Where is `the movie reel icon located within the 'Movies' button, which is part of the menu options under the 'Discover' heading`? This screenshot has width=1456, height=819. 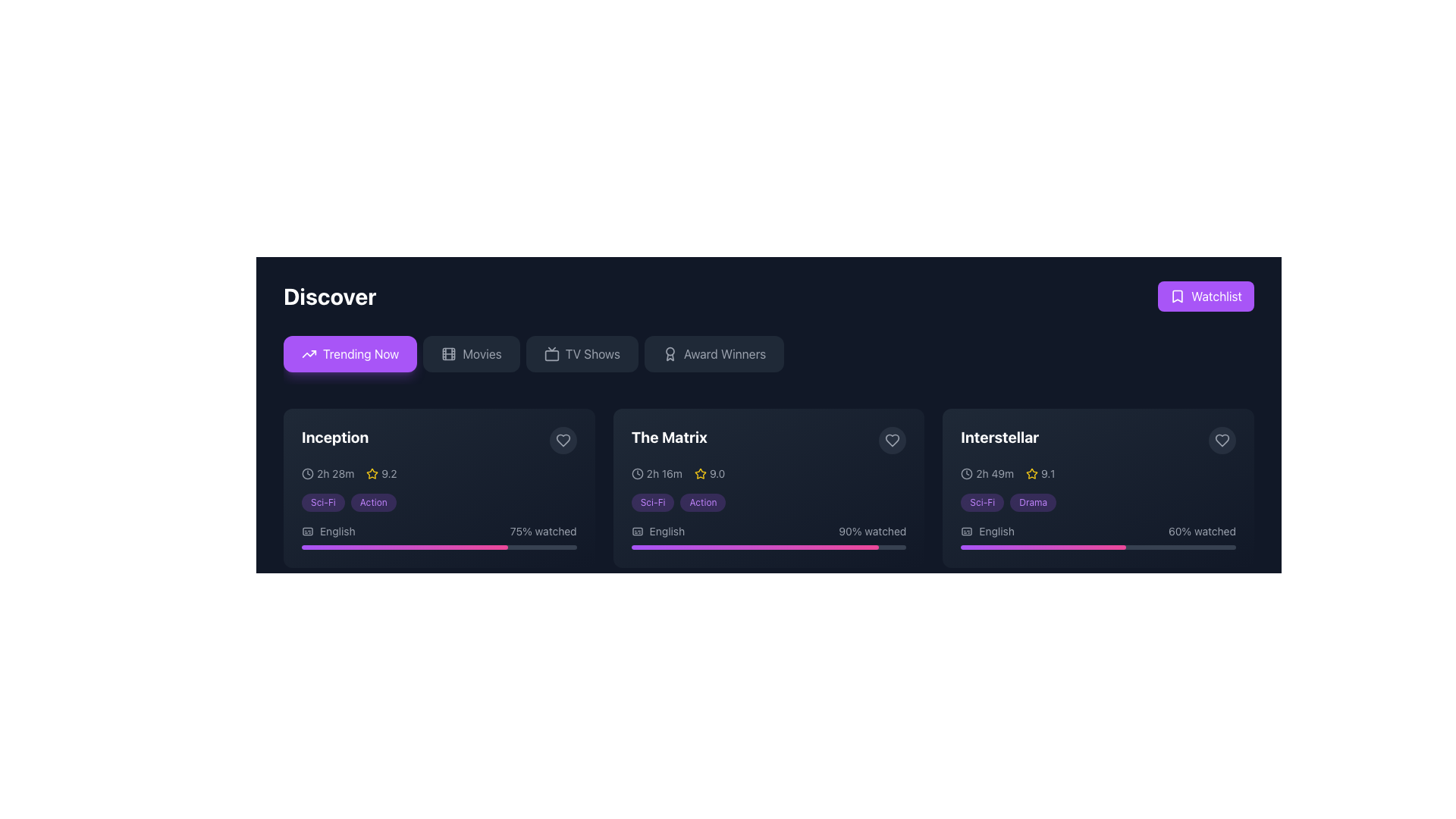 the movie reel icon located within the 'Movies' button, which is part of the menu options under the 'Discover' heading is located at coordinates (448, 353).